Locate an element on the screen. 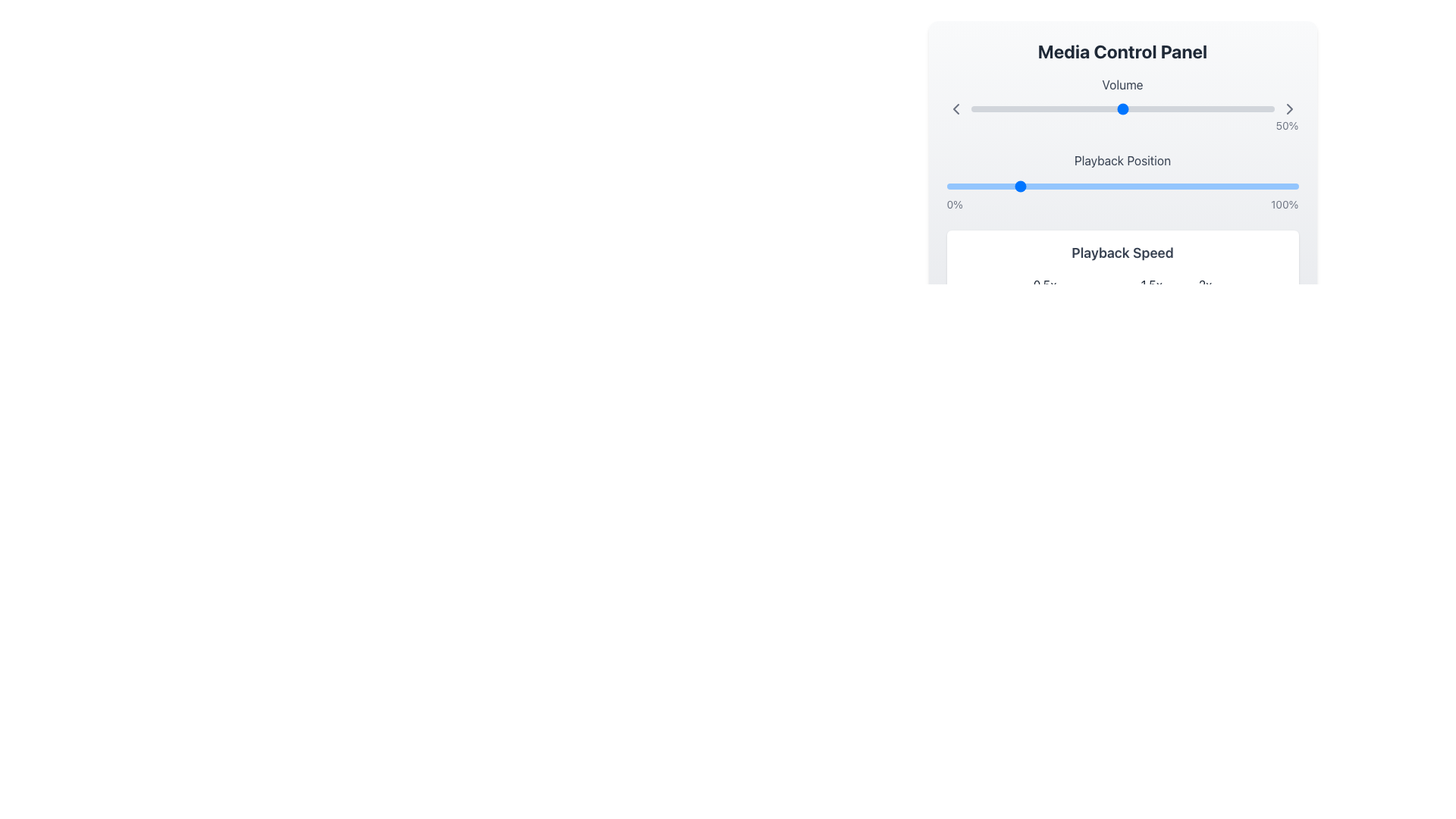  the playback position is located at coordinates (1156, 186).